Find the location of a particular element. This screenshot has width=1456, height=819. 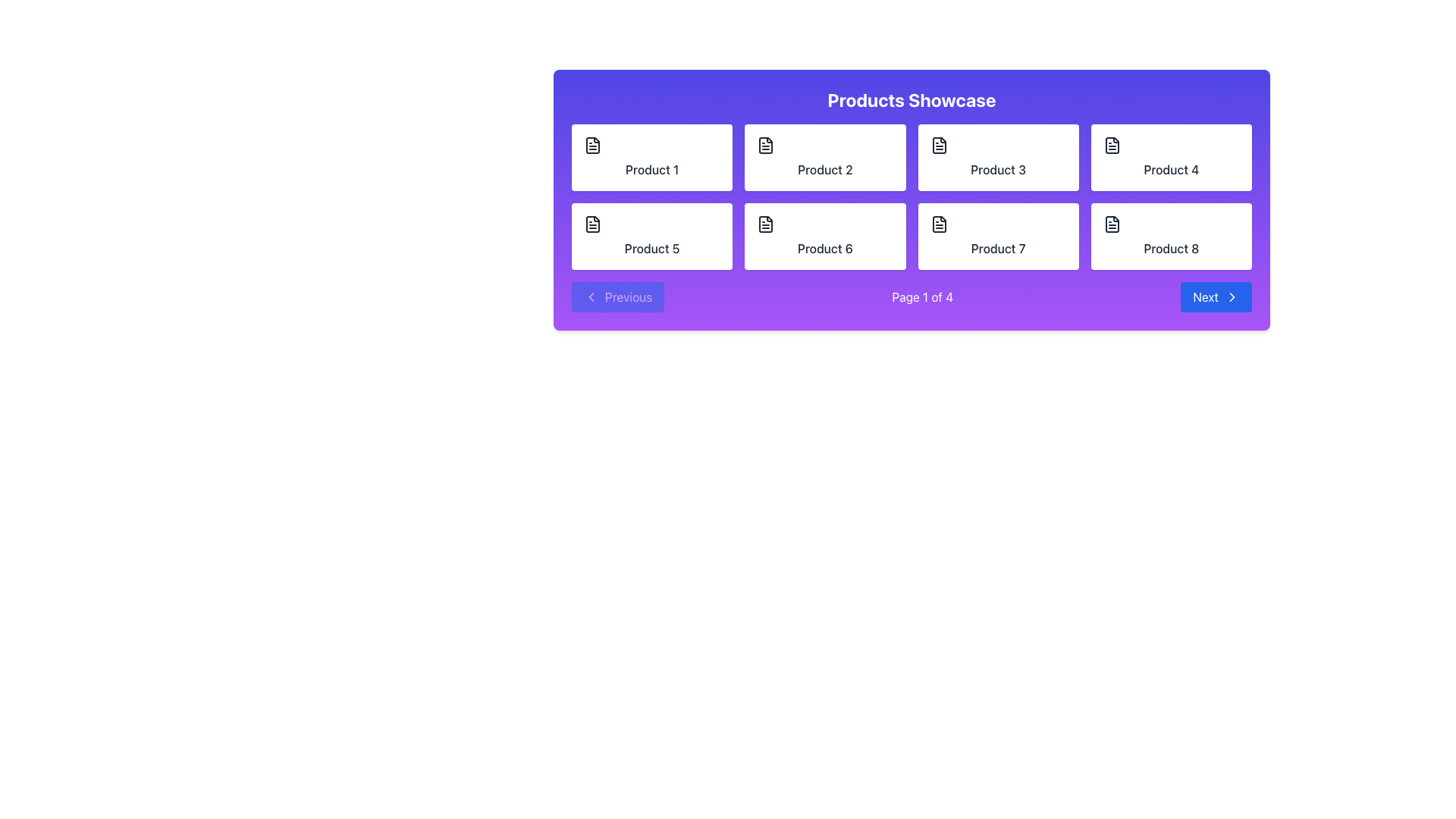

the file icon representing 'Product 7' in the second row and third column of the 'Products Showcase' section is located at coordinates (938, 224).